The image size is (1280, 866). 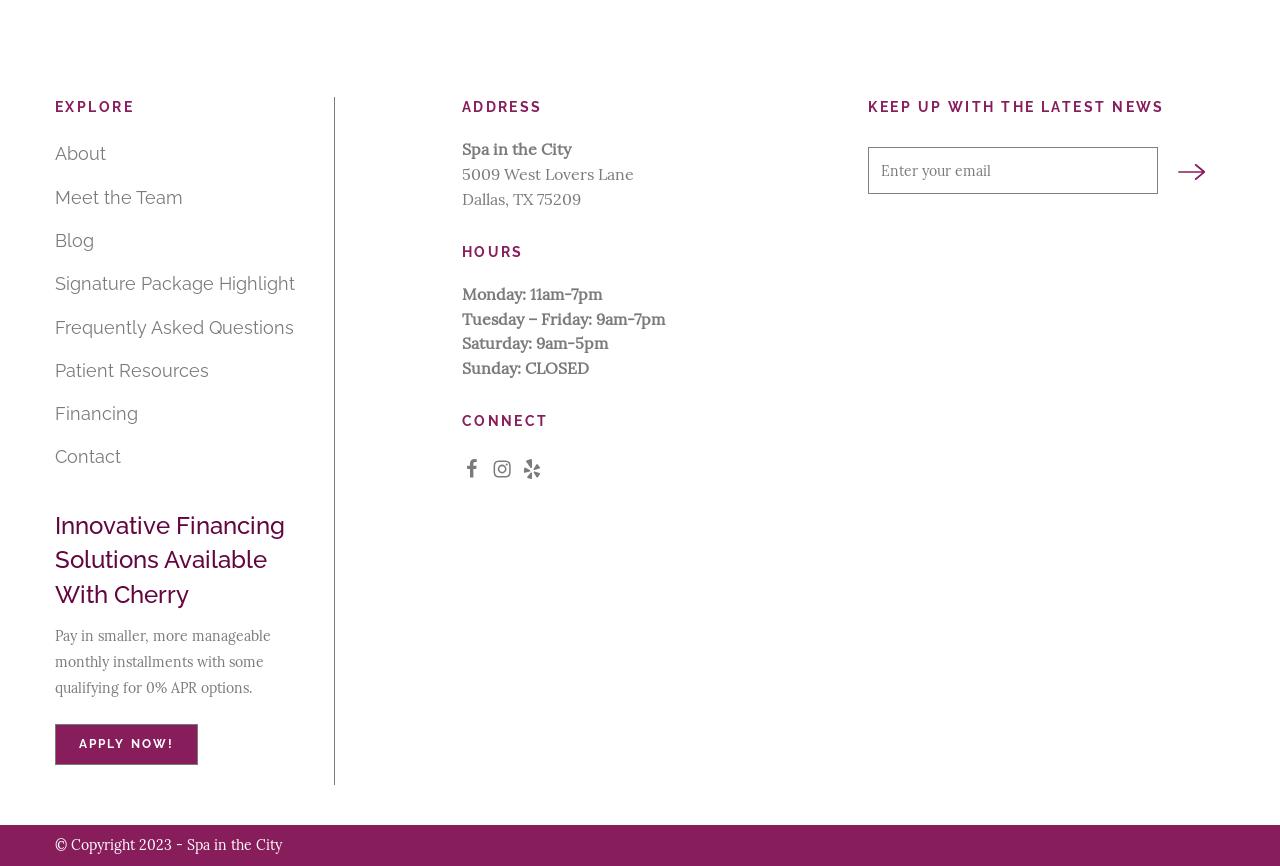 I want to click on 'Contact', so click(x=87, y=456).